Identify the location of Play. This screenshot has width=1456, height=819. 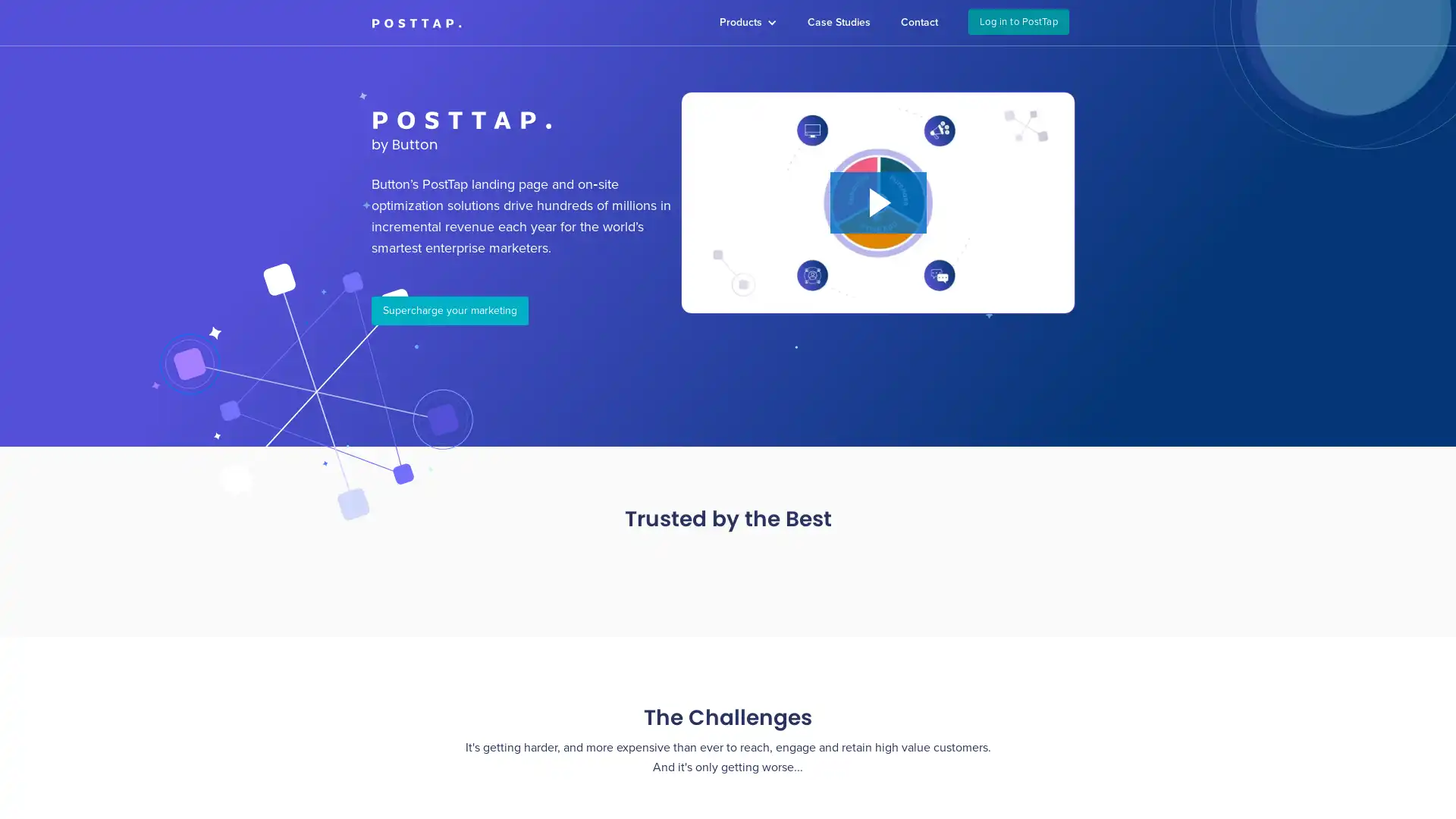
(879, 202).